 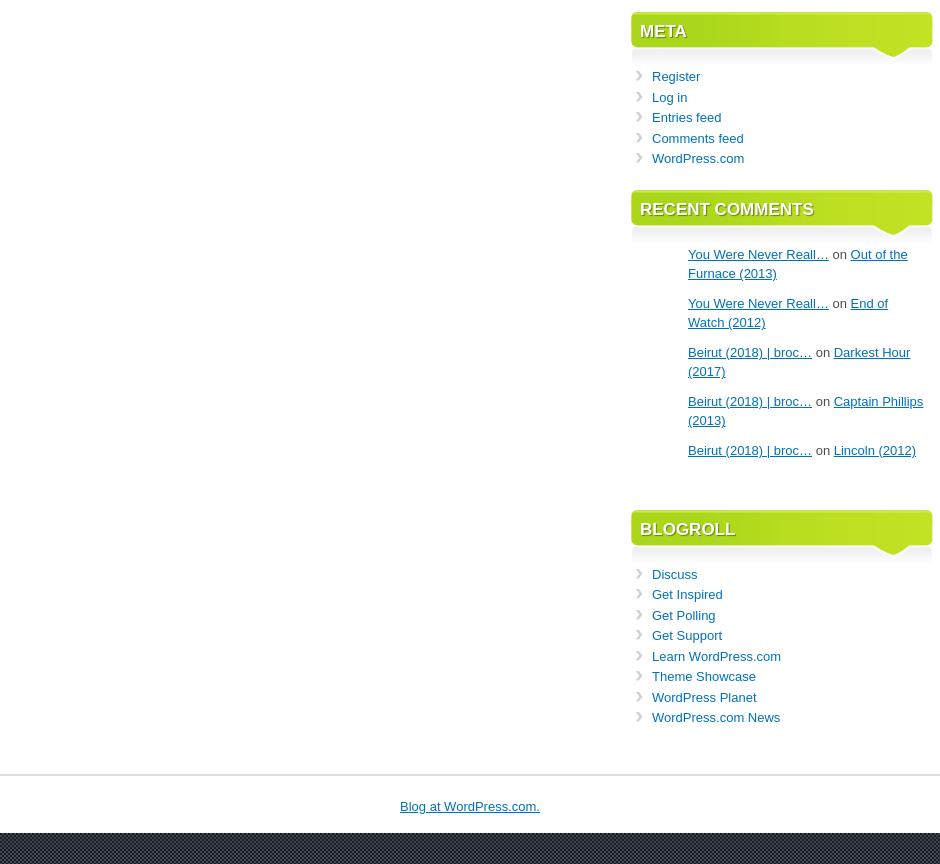 I want to click on 'Theme Showcase', so click(x=702, y=676).